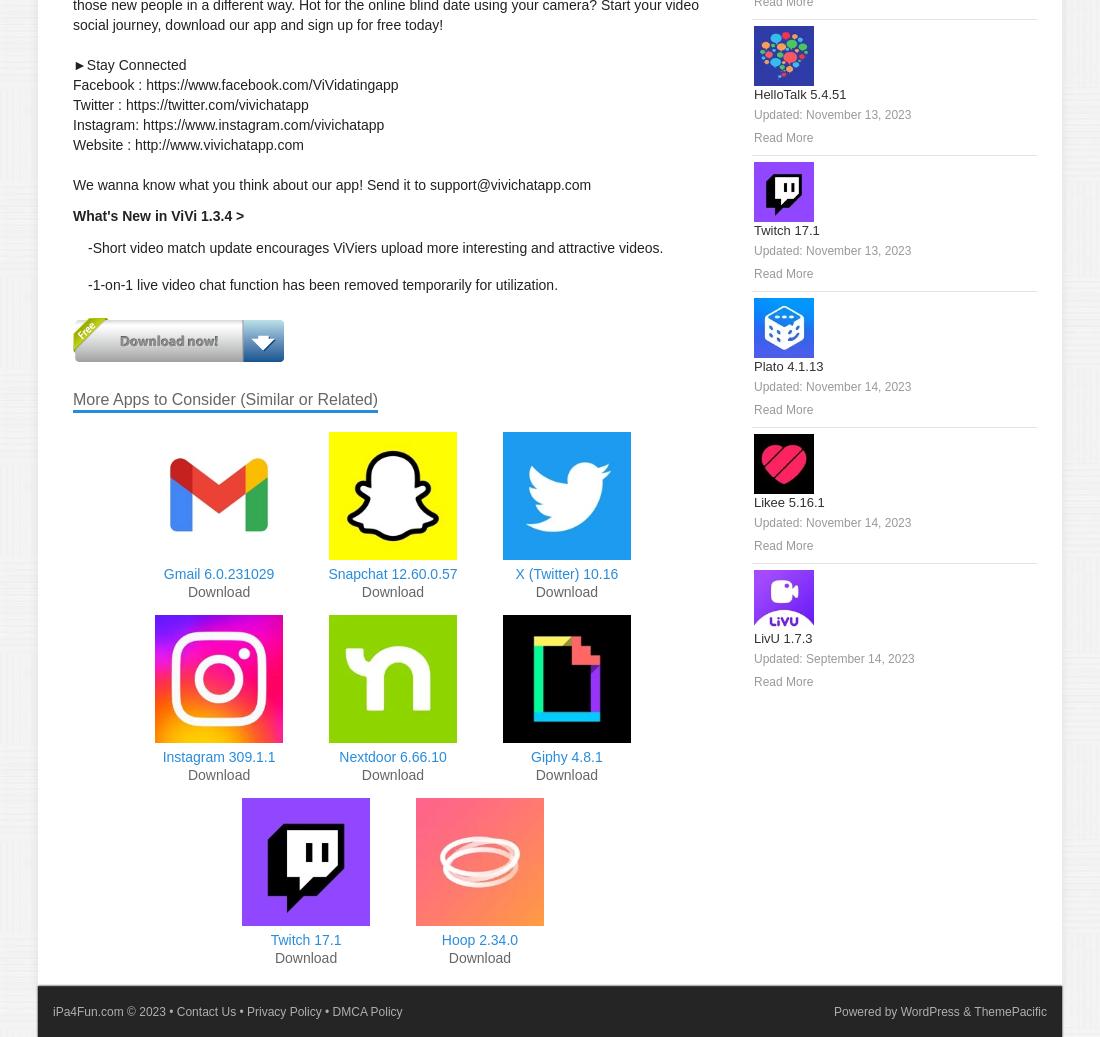  What do you see at coordinates (157, 215) in the screenshot?
I see `'What's New in ViVi 1.3.4 >'` at bounding box center [157, 215].